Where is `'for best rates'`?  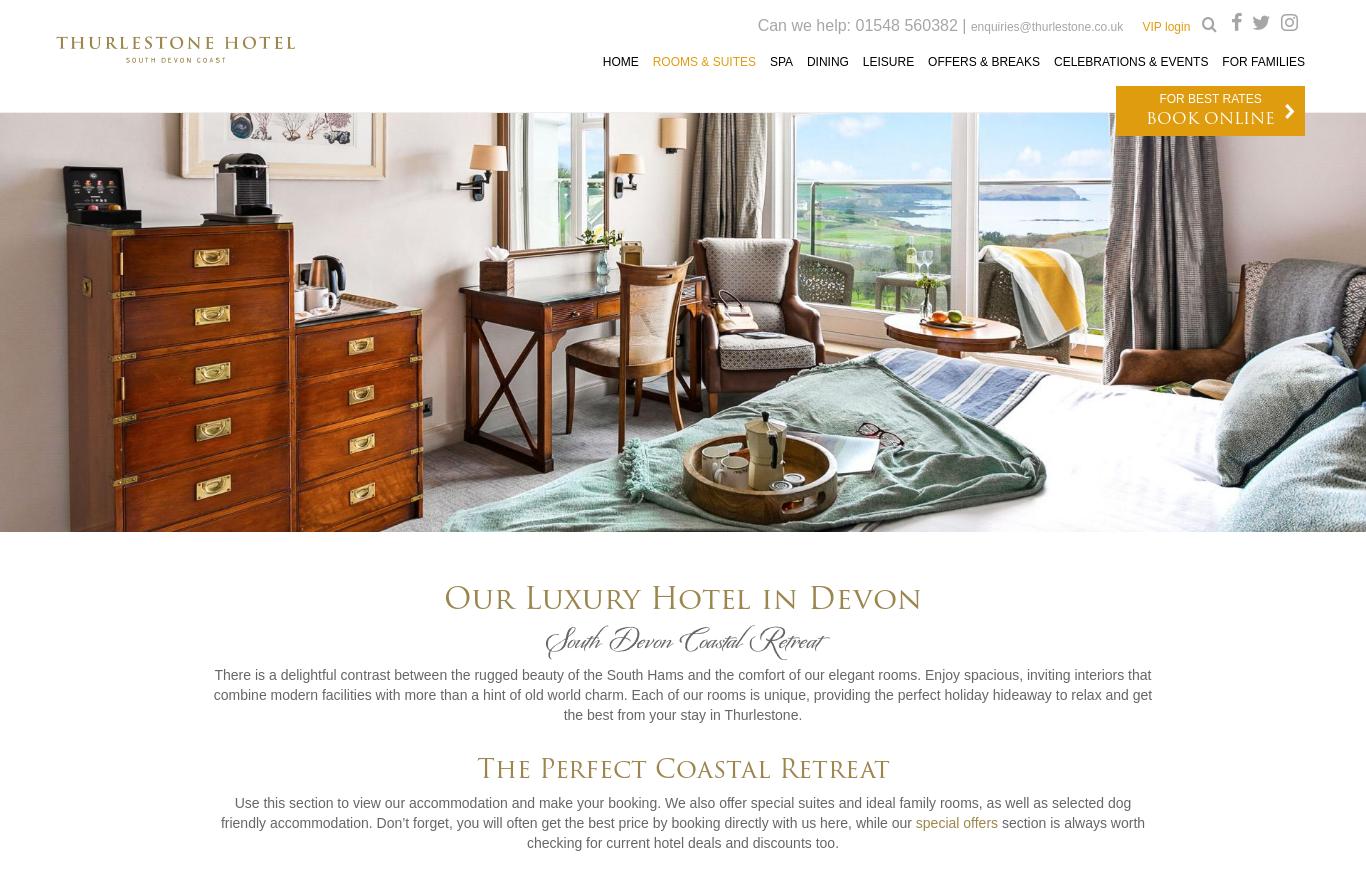 'for best rates' is located at coordinates (1210, 98).